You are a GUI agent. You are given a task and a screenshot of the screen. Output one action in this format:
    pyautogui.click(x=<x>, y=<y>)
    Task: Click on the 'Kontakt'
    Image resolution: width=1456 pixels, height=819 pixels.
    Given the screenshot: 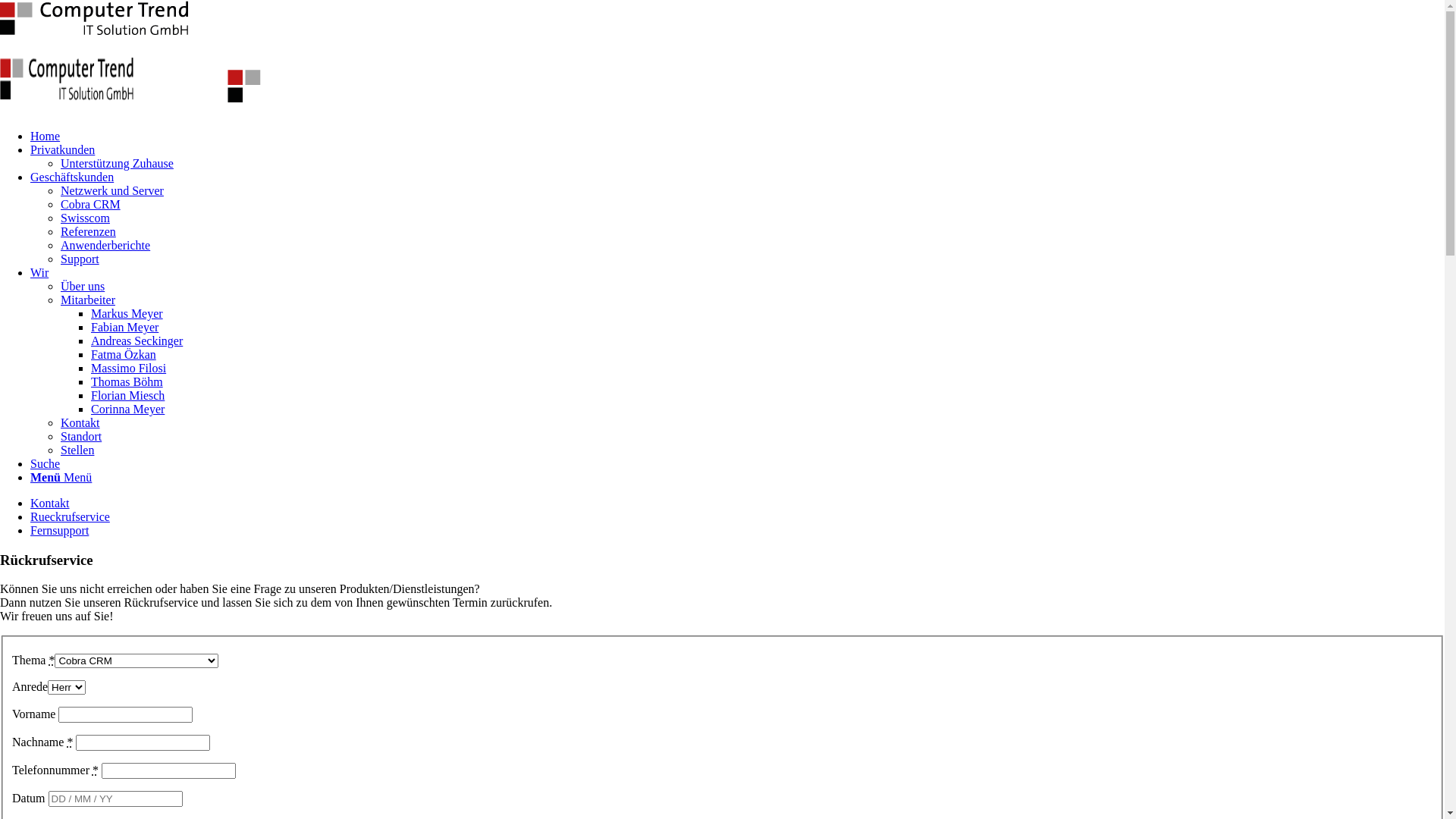 What is the action you would take?
    pyautogui.click(x=50, y=503)
    